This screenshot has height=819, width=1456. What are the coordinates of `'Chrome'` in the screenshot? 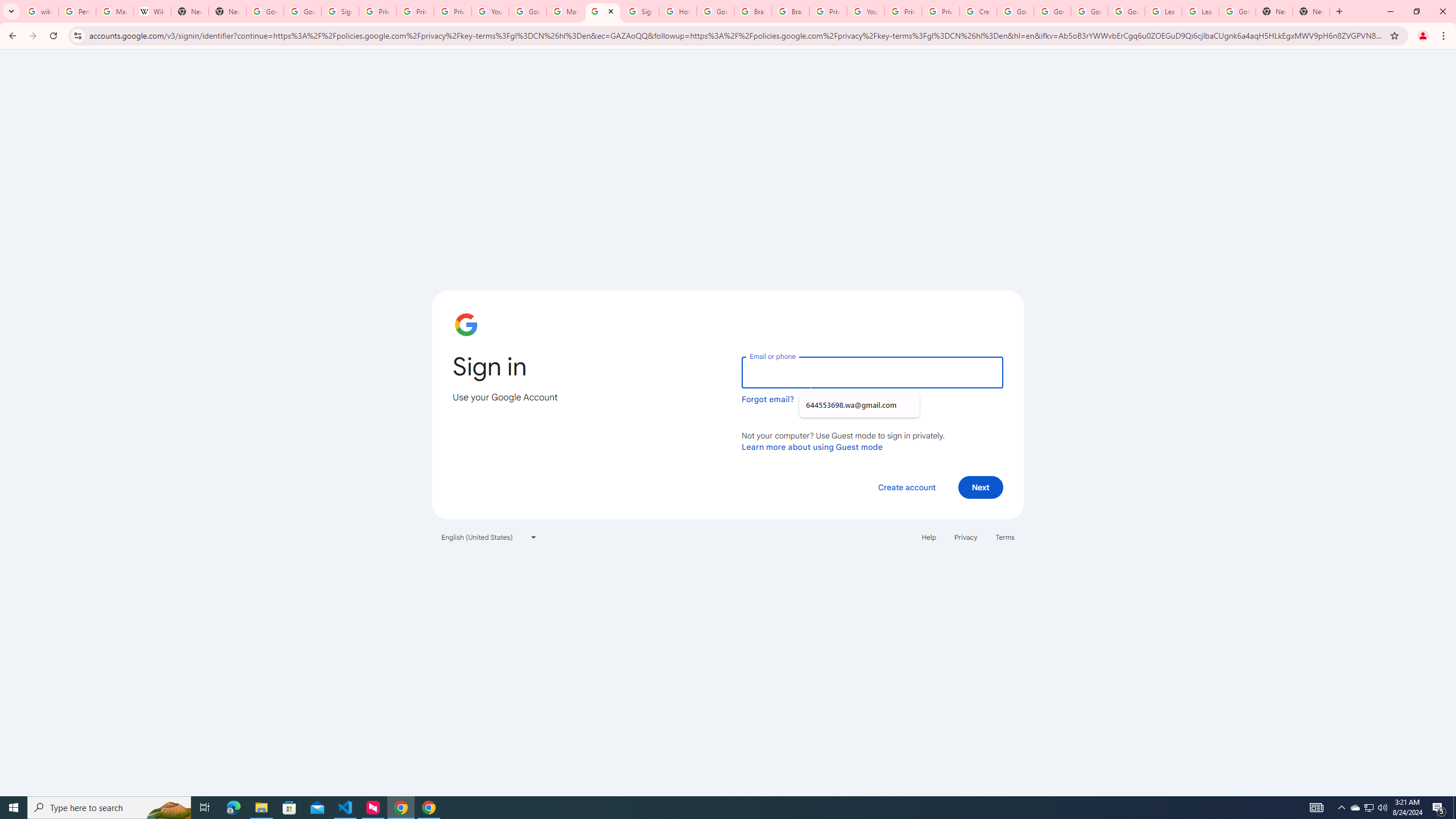 It's located at (1444, 35).